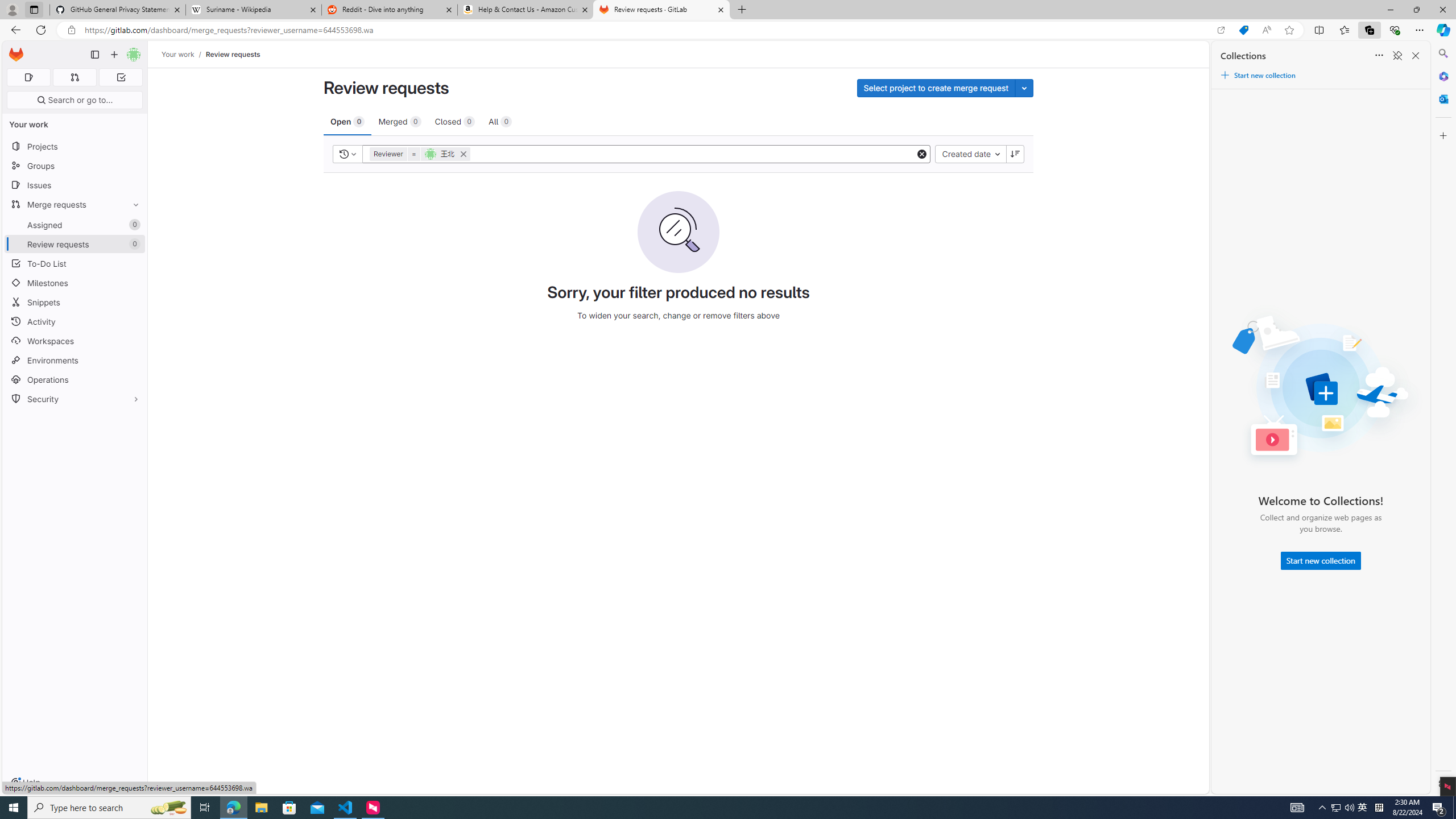  What do you see at coordinates (500, 121) in the screenshot?
I see `'All 0'` at bounding box center [500, 121].